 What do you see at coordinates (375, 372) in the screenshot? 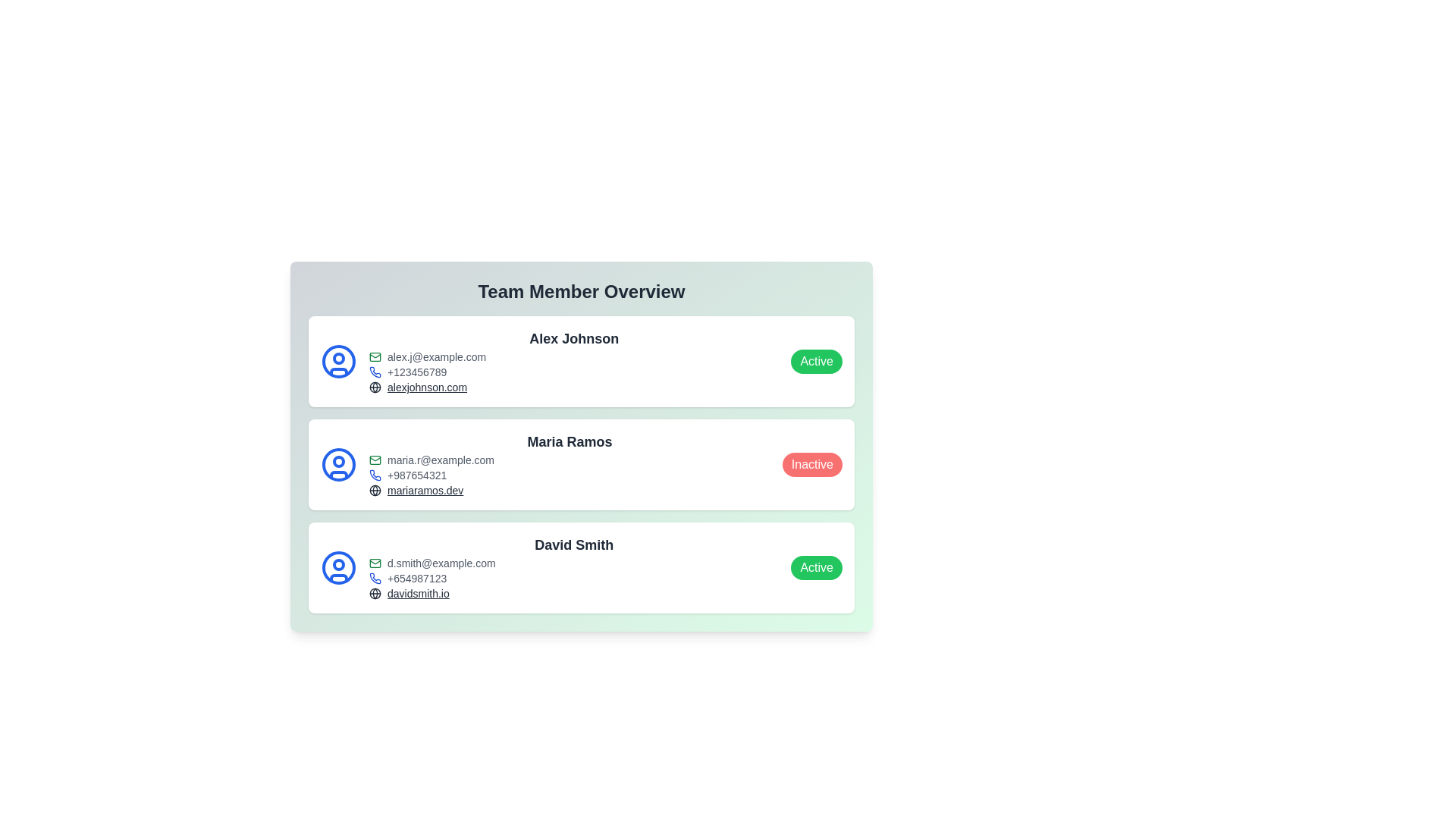
I see `phone icon next to Alex Johnson to initiate a call` at bounding box center [375, 372].